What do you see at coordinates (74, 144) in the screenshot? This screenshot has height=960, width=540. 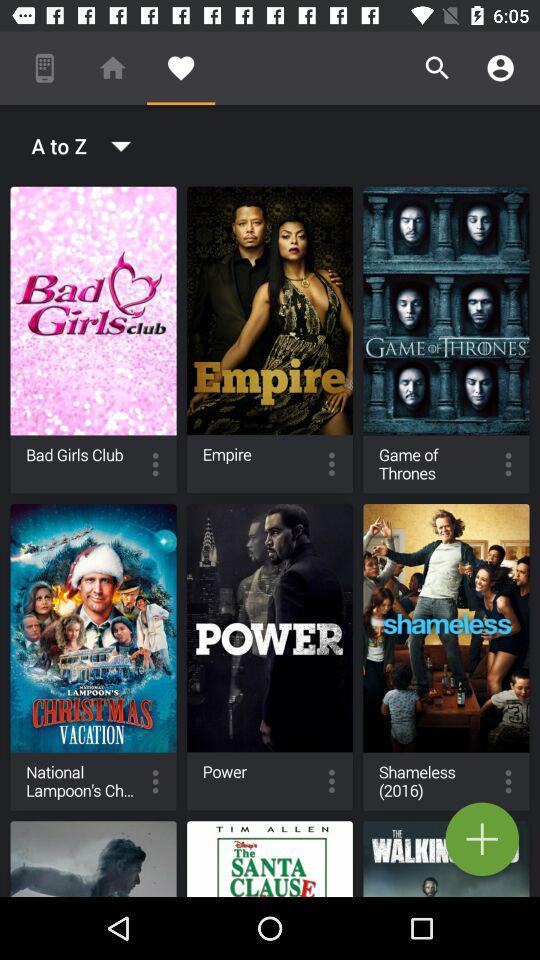 I see `the a to z icon` at bounding box center [74, 144].